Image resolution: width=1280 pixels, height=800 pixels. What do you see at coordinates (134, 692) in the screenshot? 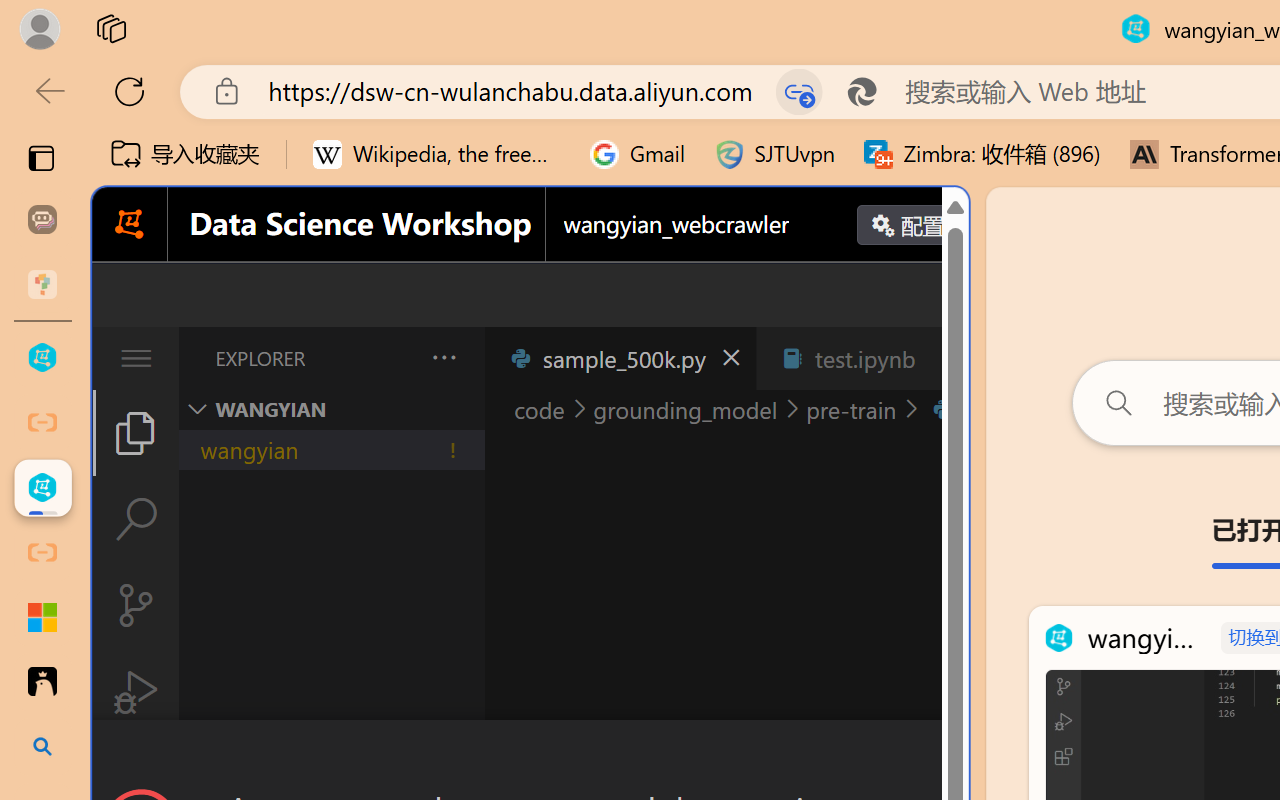
I see `'Run and Debug (Ctrl+Shift+D)'` at bounding box center [134, 692].